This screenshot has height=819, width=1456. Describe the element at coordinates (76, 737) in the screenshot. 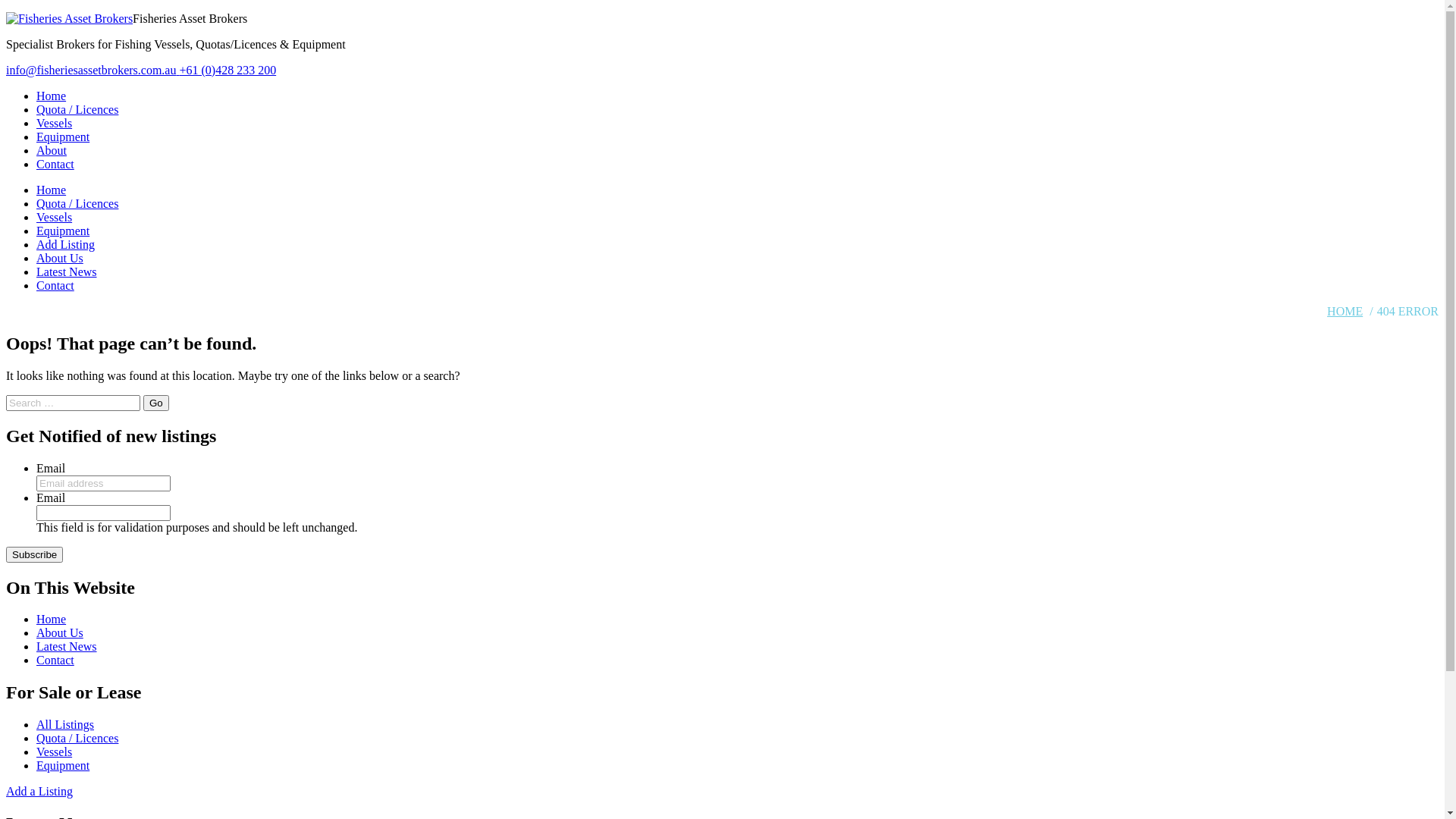

I see `'Quota / Licences'` at that location.